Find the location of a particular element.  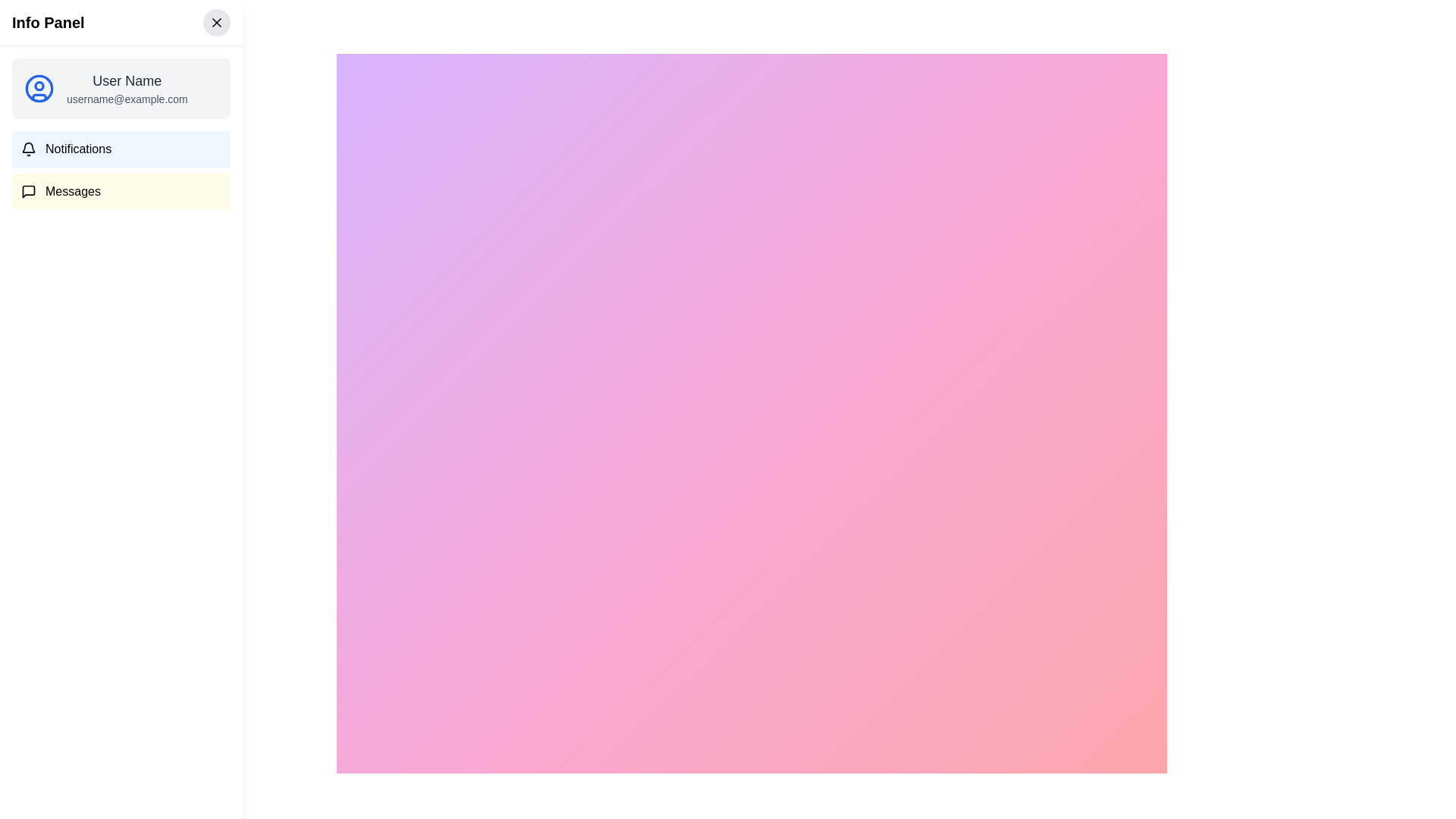

the 'User Name' text label, which is styled in dark gray and located in the top section of the side info panel next to the profile icon is located at coordinates (127, 81).